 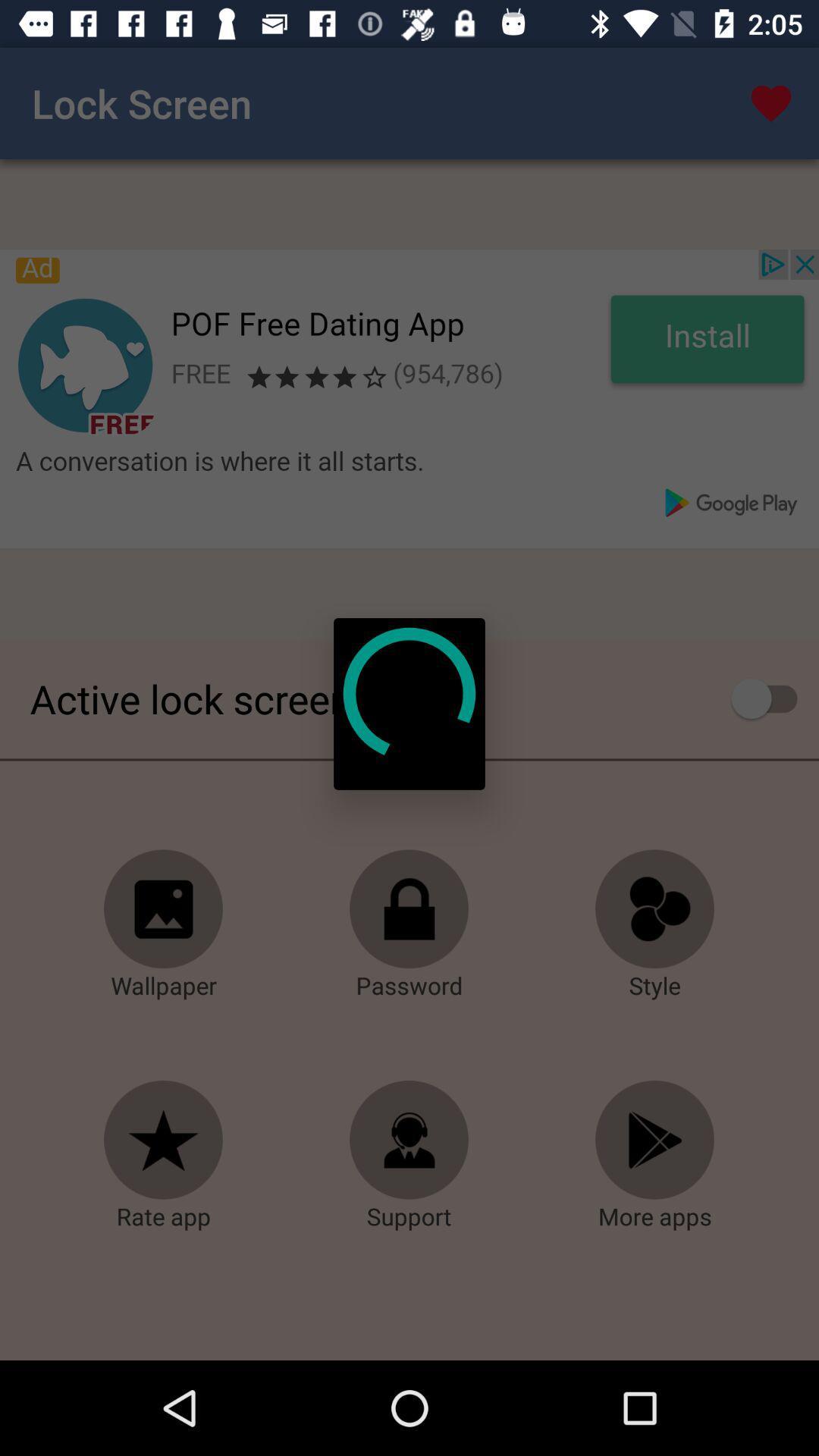 I want to click on rate app icon, so click(x=164, y=1140).